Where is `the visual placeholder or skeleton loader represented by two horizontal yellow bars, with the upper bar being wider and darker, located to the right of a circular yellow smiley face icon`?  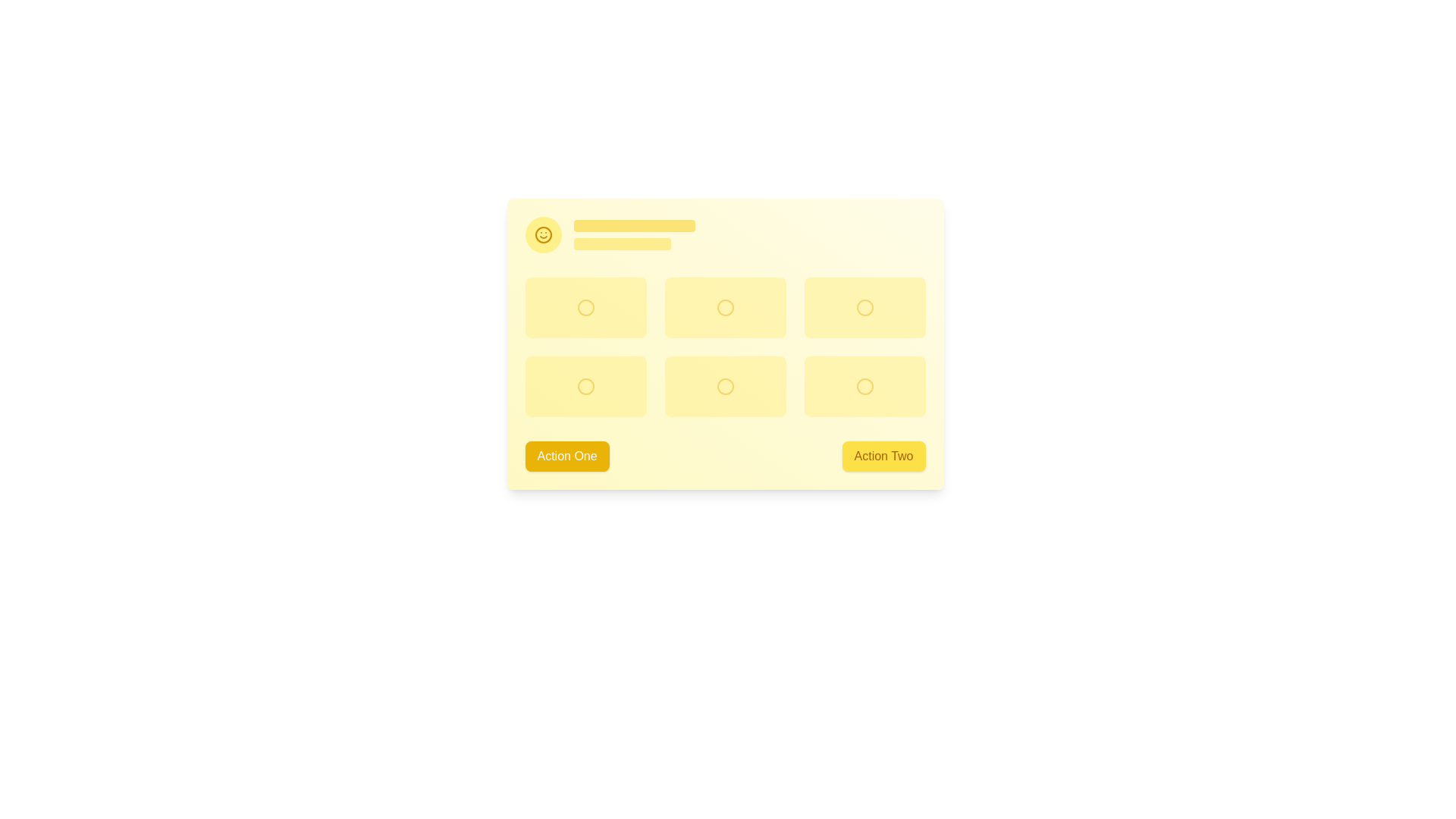
the visual placeholder or skeleton loader represented by two horizontal yellow bars, with the upper bar being wider and darker, located to the right of a circular yellow smiley face icon is located at coordinates (634, 234).